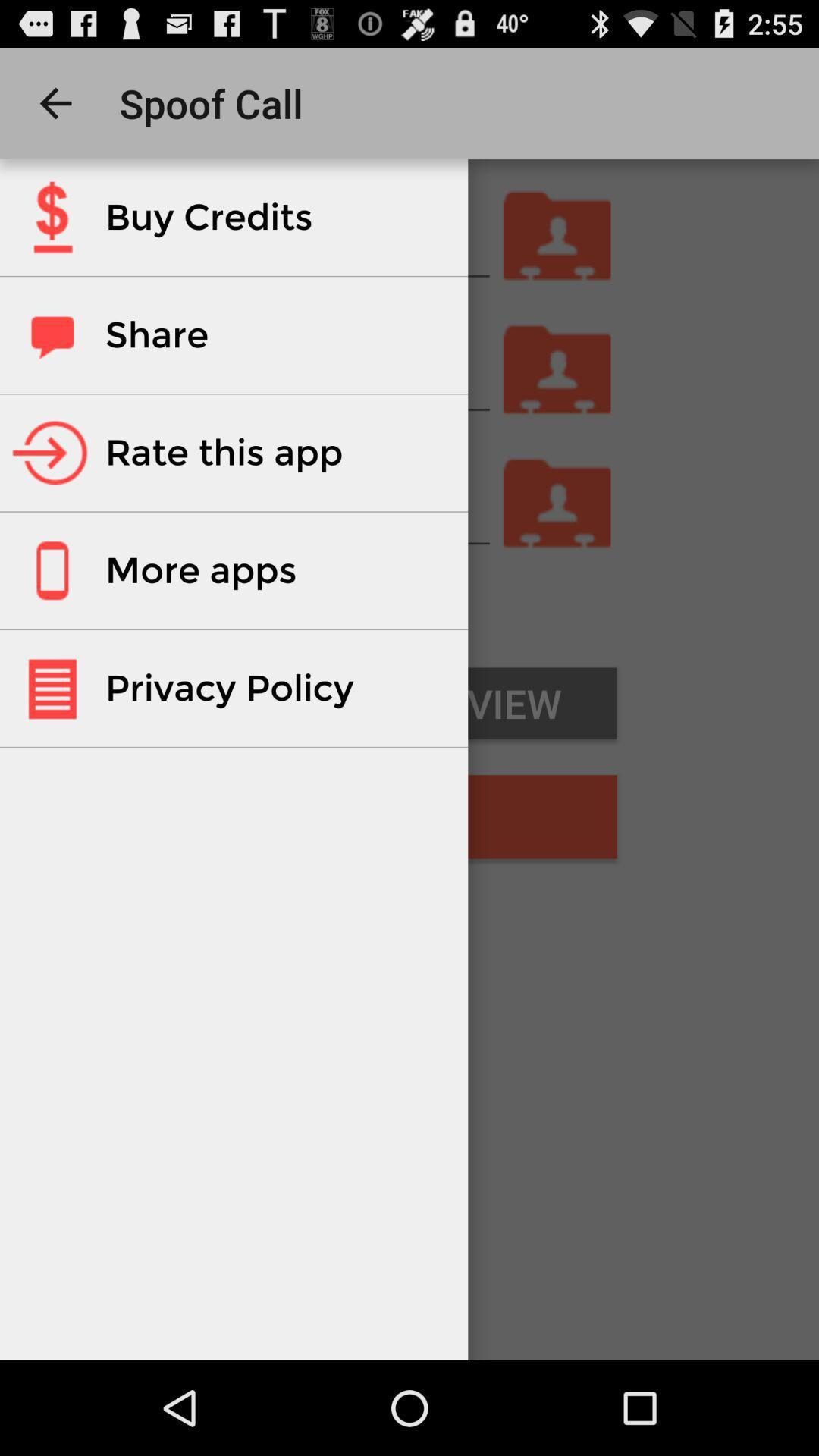  I want to click on the folder icon, so click(557, 399).